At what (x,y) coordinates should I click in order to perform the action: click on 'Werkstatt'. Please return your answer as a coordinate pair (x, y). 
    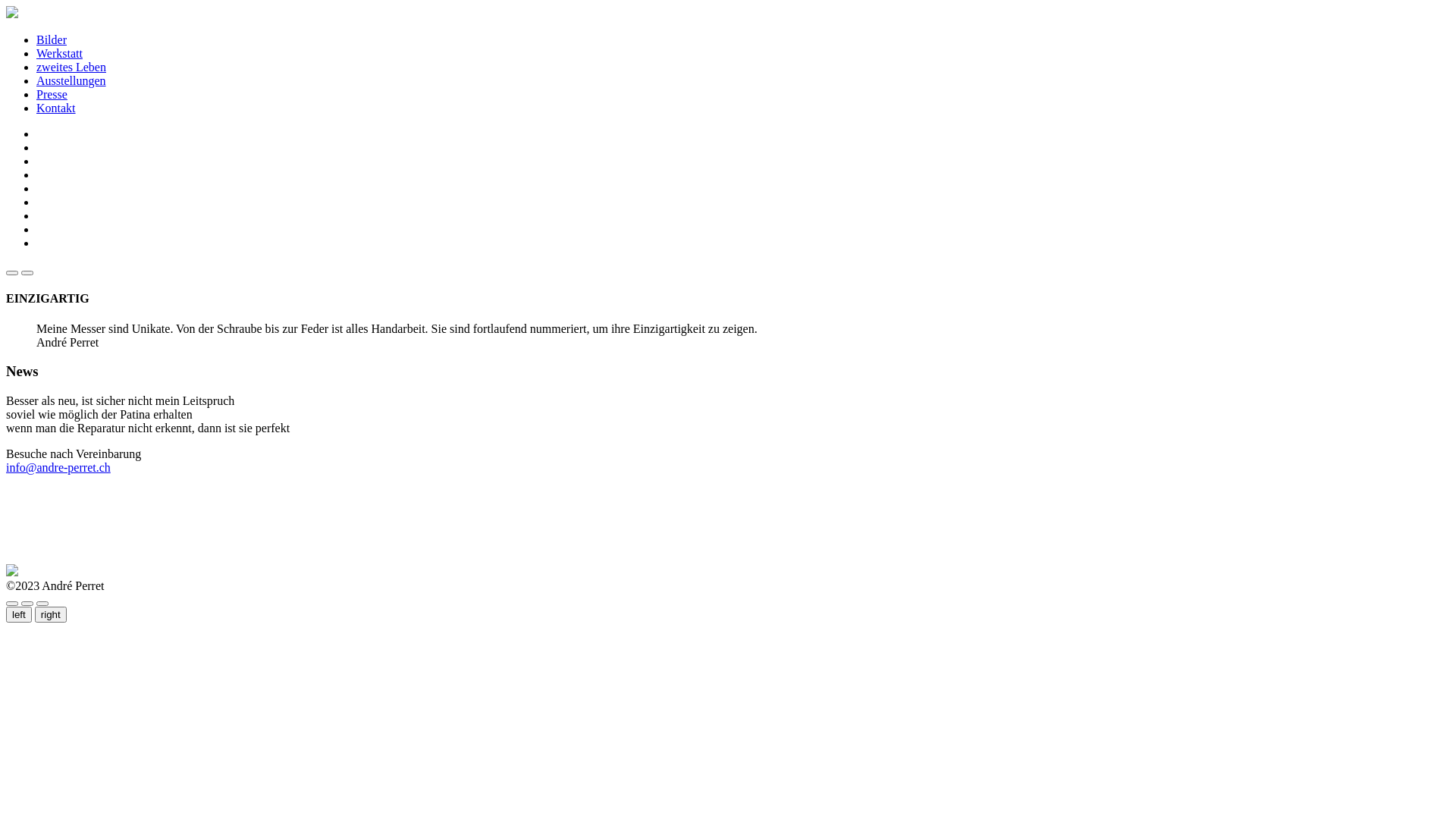
    Looking at the image, I should click on (59, 52).